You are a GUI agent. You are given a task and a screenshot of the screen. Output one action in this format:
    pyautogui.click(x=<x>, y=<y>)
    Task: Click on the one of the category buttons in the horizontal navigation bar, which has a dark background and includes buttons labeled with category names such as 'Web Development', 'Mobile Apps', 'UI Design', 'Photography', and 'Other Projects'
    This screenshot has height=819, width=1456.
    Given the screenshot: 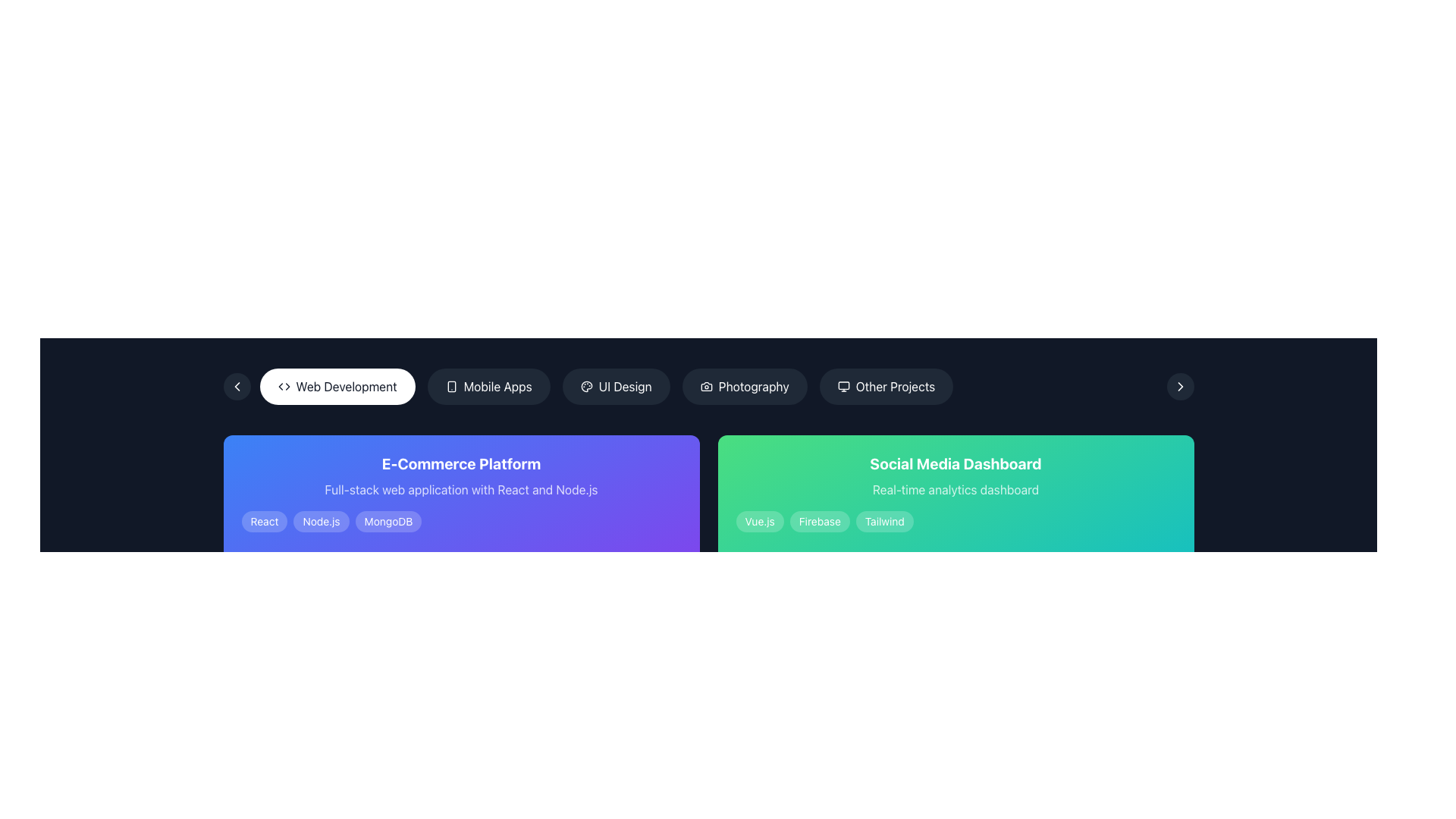 What is the action you would take?
    pyautogui.click(x=708, y=385)
    